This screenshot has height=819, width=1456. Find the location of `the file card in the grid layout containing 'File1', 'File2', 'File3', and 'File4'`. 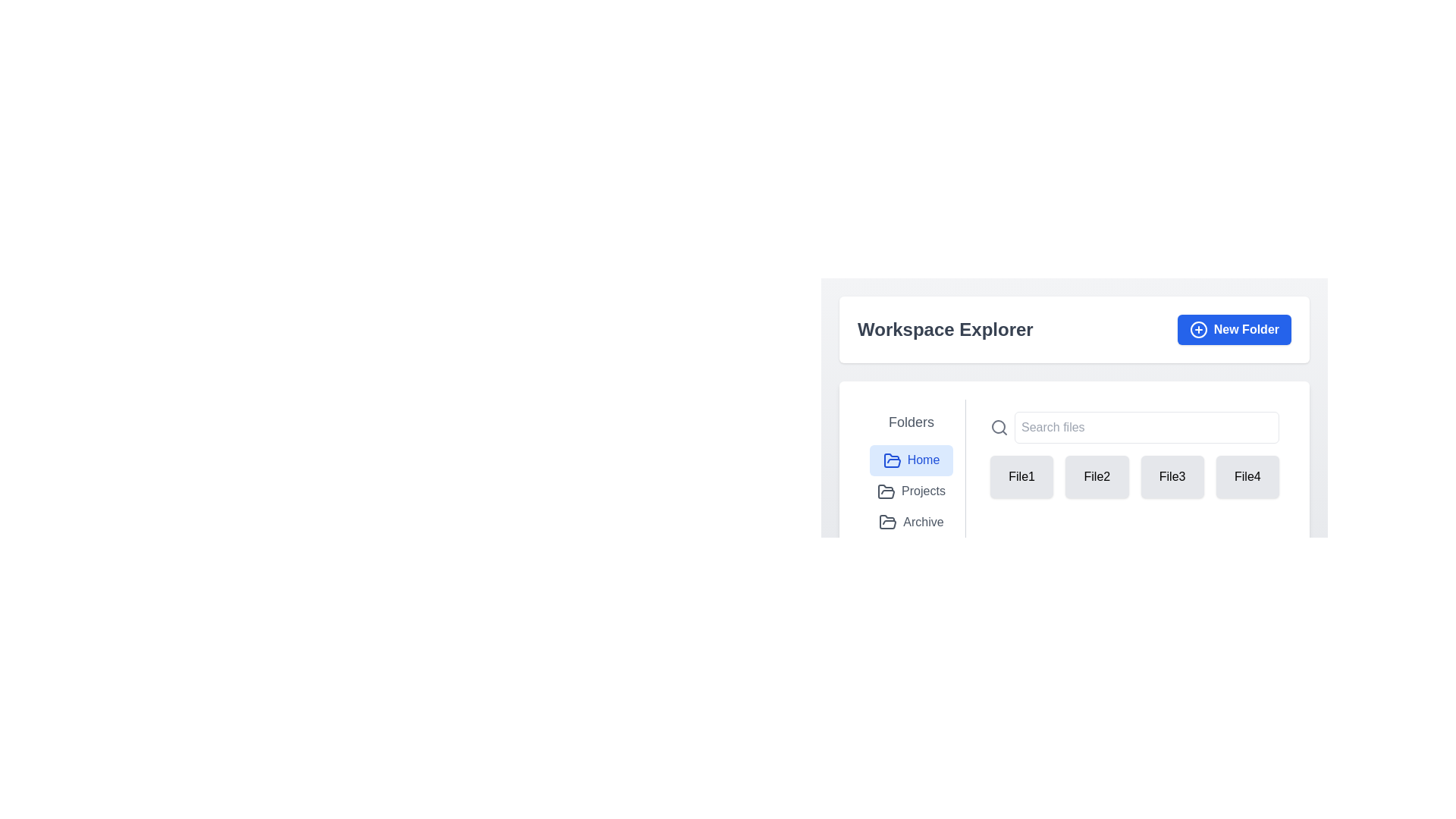

the file card in the grid layout containing 'File1', 'File2', 'File3', and 'File4' is located at coordinates (1134, 474).